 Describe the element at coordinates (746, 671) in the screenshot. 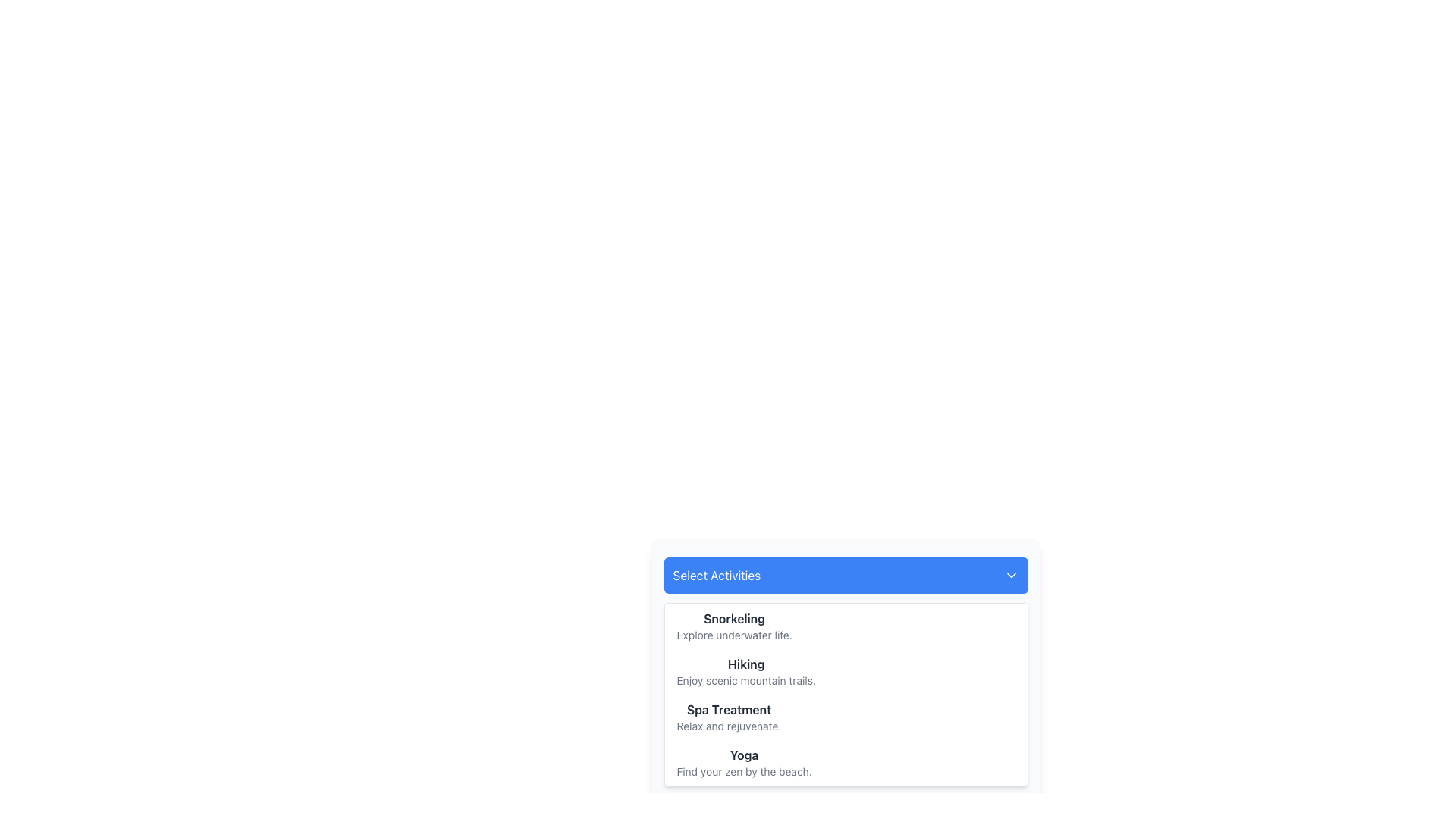

I see `the text display element titled 'Hiking'` at that location.